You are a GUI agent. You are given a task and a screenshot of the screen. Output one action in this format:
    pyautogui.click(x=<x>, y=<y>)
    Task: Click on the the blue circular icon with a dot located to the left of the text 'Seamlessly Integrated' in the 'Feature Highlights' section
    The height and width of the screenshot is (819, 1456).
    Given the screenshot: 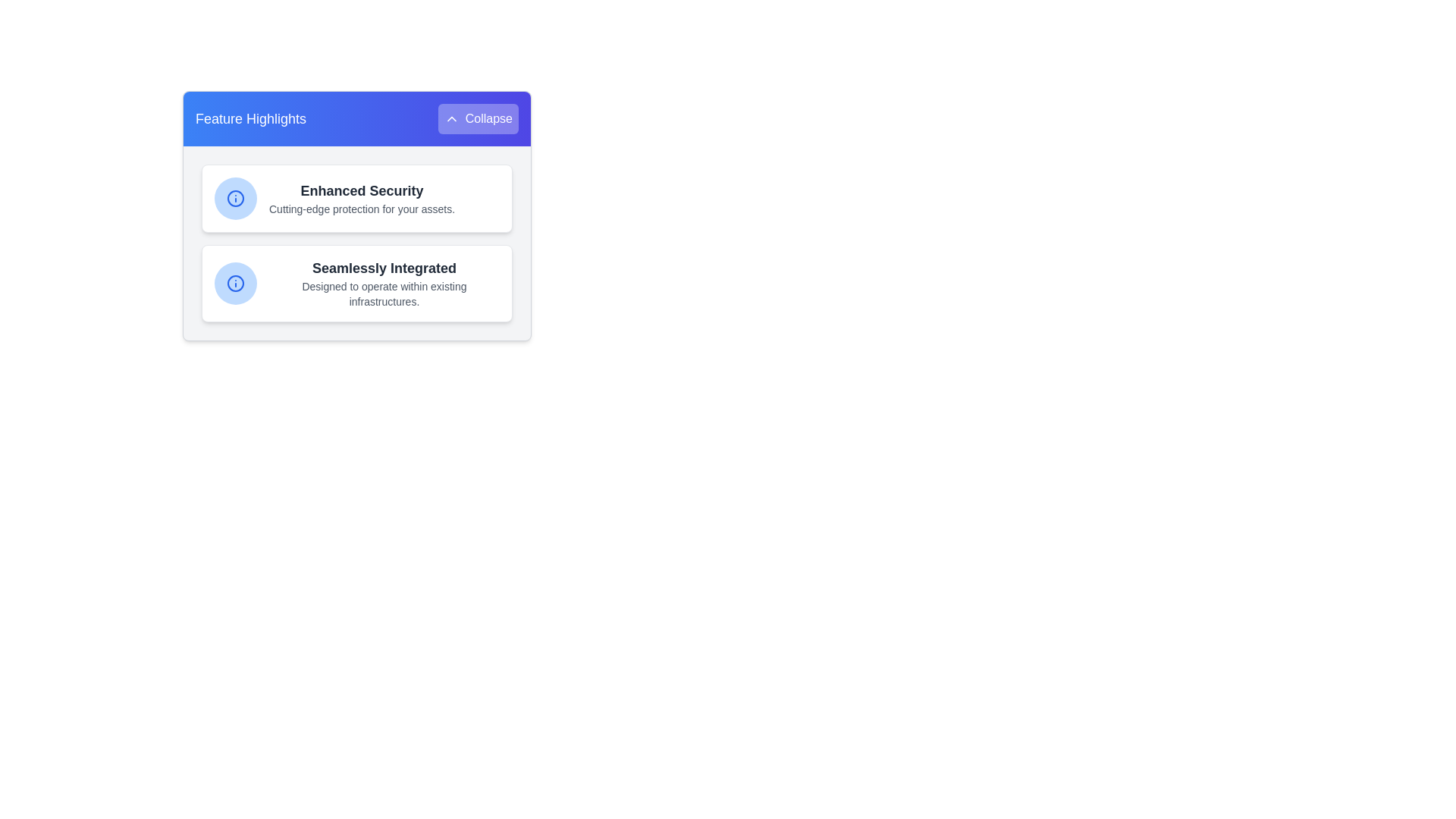 What is the action you would take?
    pyautogui.click(x=235, y=284)
    